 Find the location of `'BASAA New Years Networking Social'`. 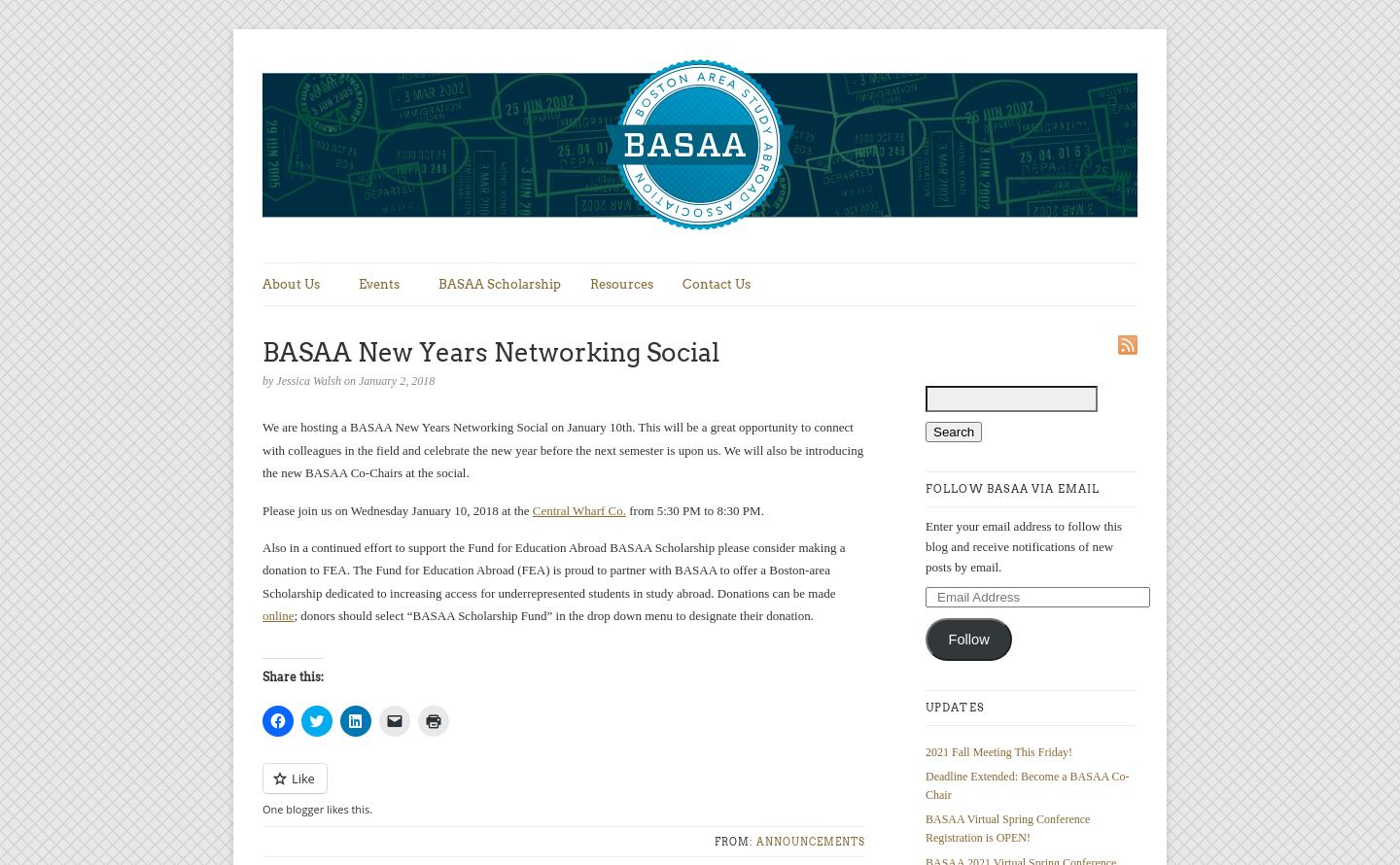

'BASAA New Years Networking Social' is located at coordinates (490, 352).